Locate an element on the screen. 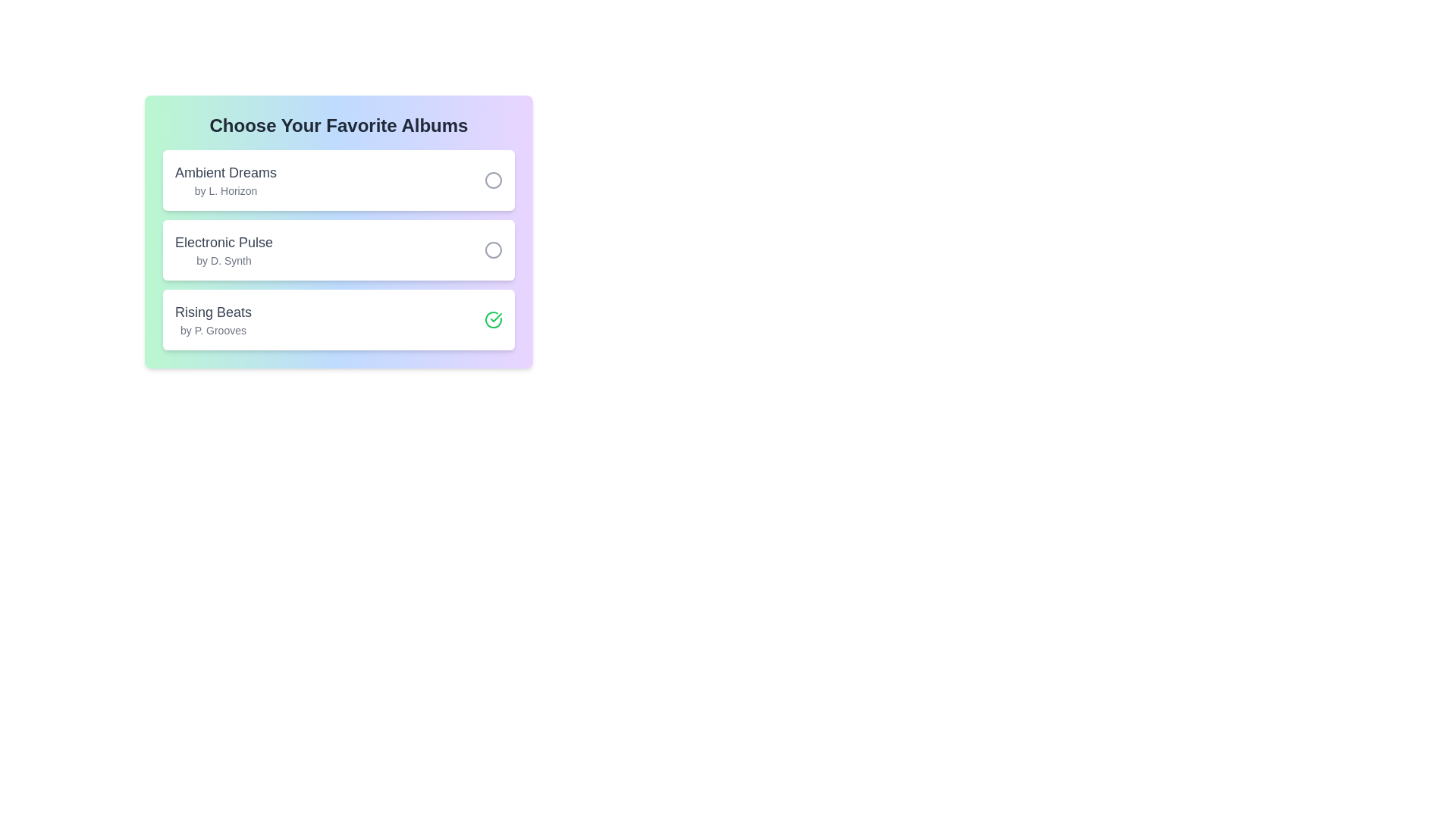 The height and width of the screenshot is (819, 1456). the album Ambient Dreams is located at coordinates (494, 180).